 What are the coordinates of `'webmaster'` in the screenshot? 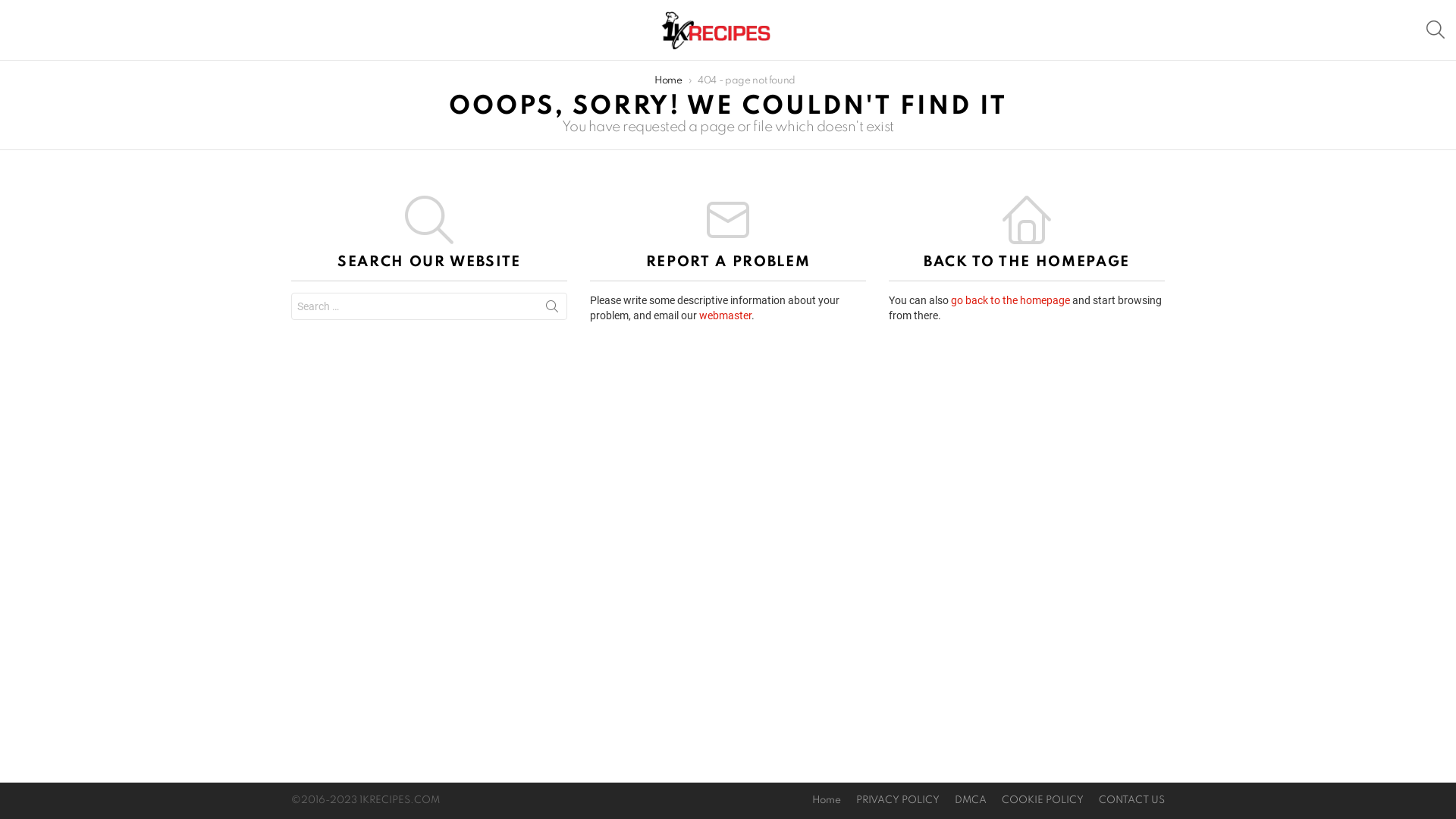 It's located at (724, 315).